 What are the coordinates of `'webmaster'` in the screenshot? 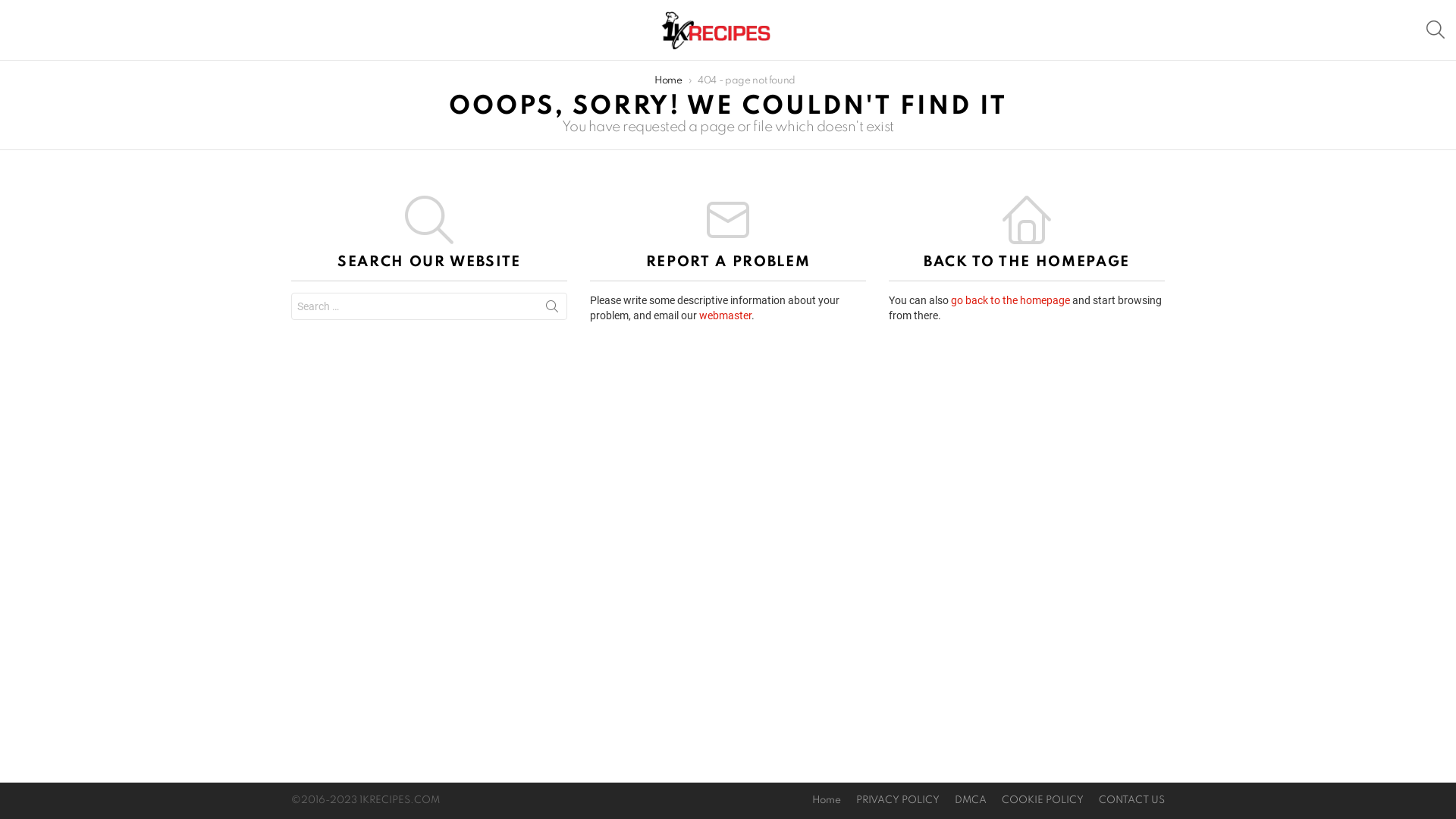 It's located at (724, 315).